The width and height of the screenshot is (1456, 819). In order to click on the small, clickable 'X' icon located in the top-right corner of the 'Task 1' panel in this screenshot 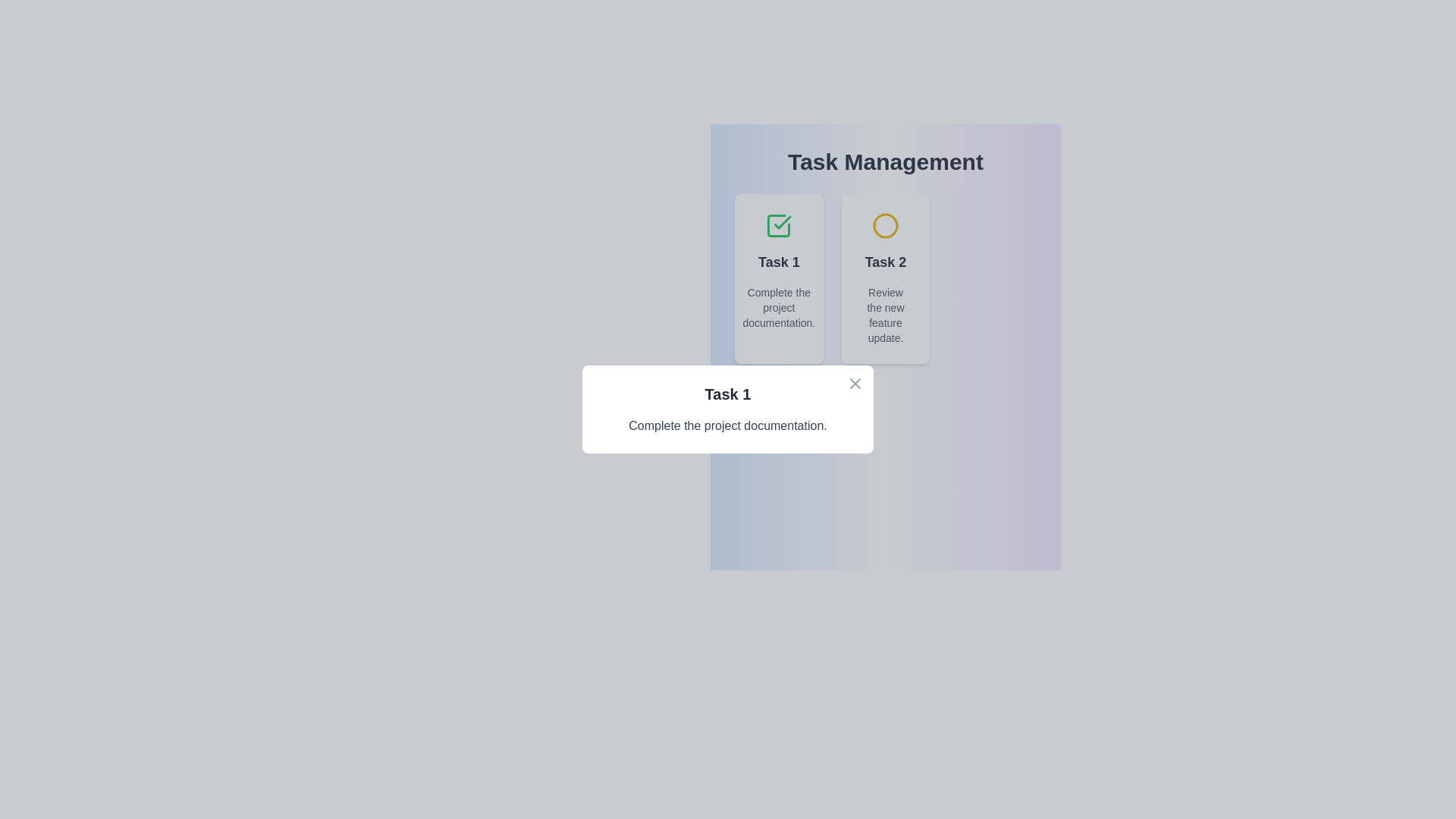, I will do `click(855, 382)`.